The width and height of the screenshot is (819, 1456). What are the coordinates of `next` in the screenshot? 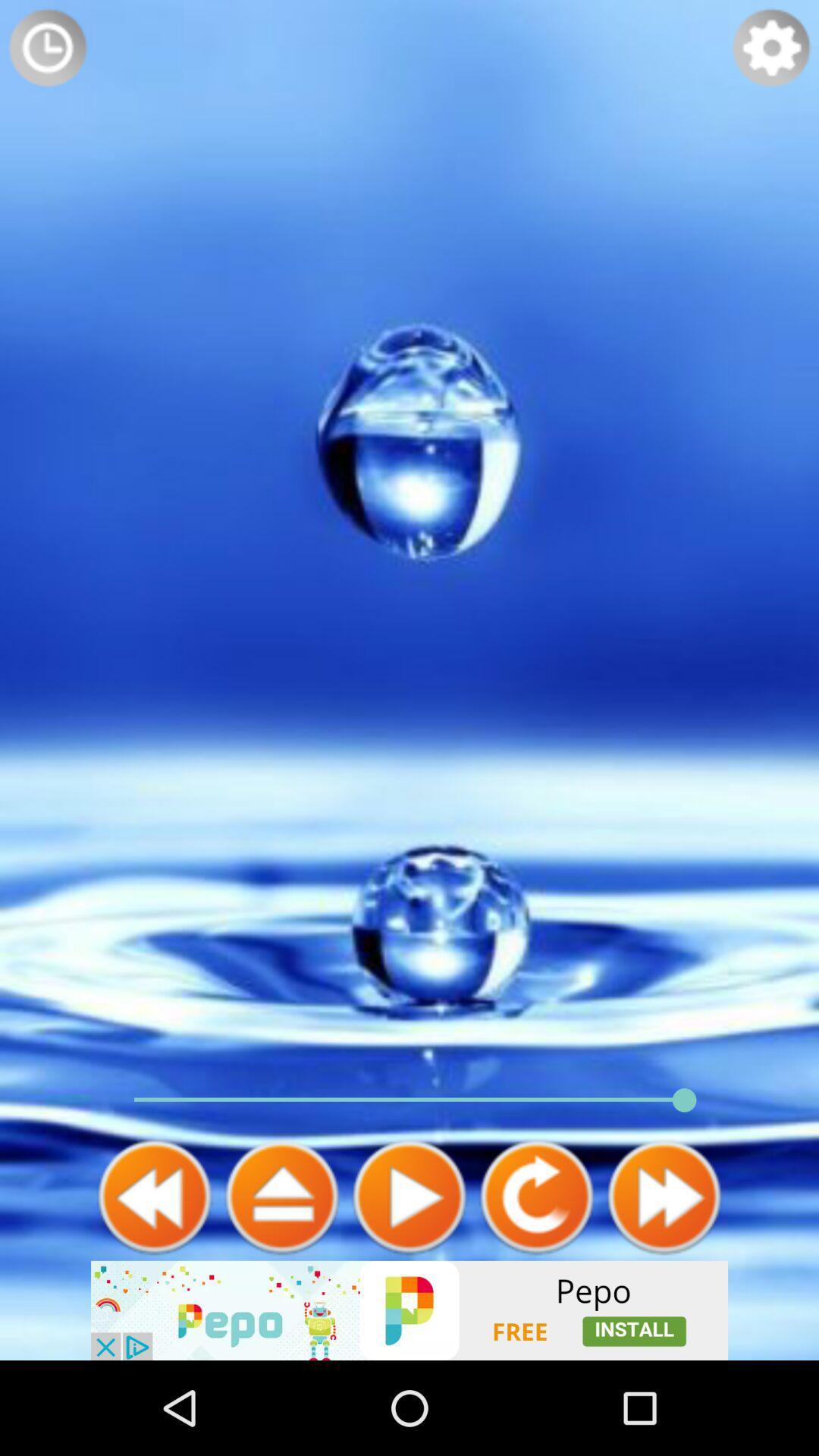 It's located at (663, 1196).